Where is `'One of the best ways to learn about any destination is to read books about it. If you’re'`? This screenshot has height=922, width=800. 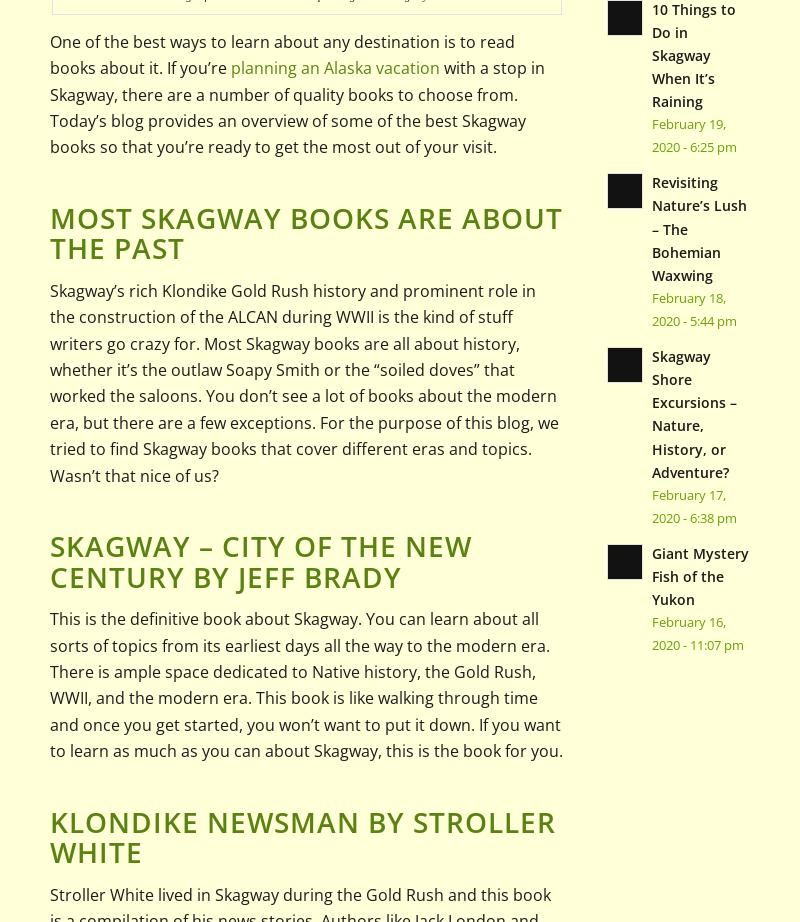 'One of the best ways to learn about any destination is to read books about it. If you’re' is located at coordinates (282, 54).